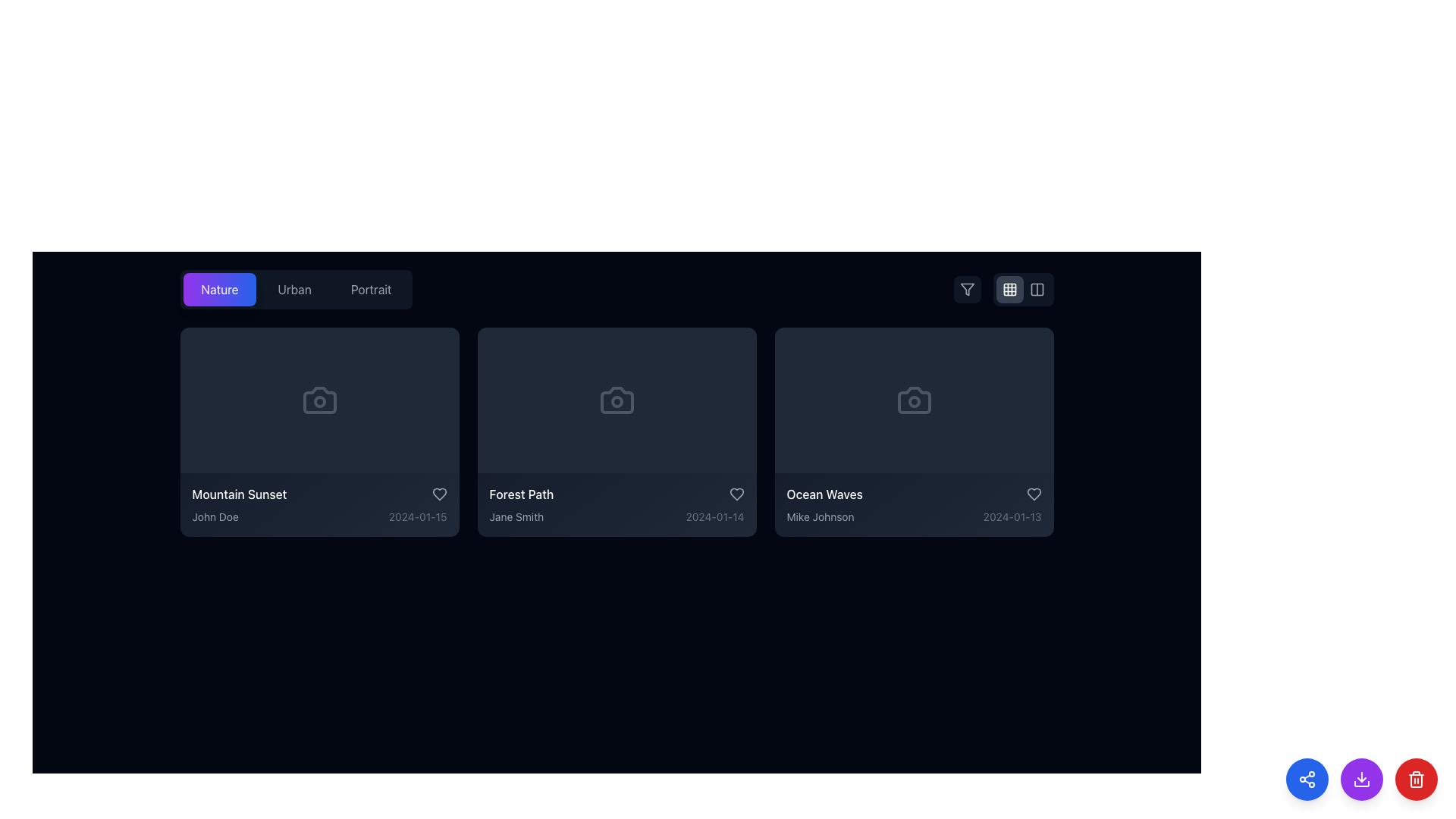  Describe the element at coordinates (913, 400) in the screenshot. I see `the visual placeholder or media icon with a dark gray background and a centered minimalistic camera icon, located in the third item of the list under the title 'Ocean Waves'` at that location.